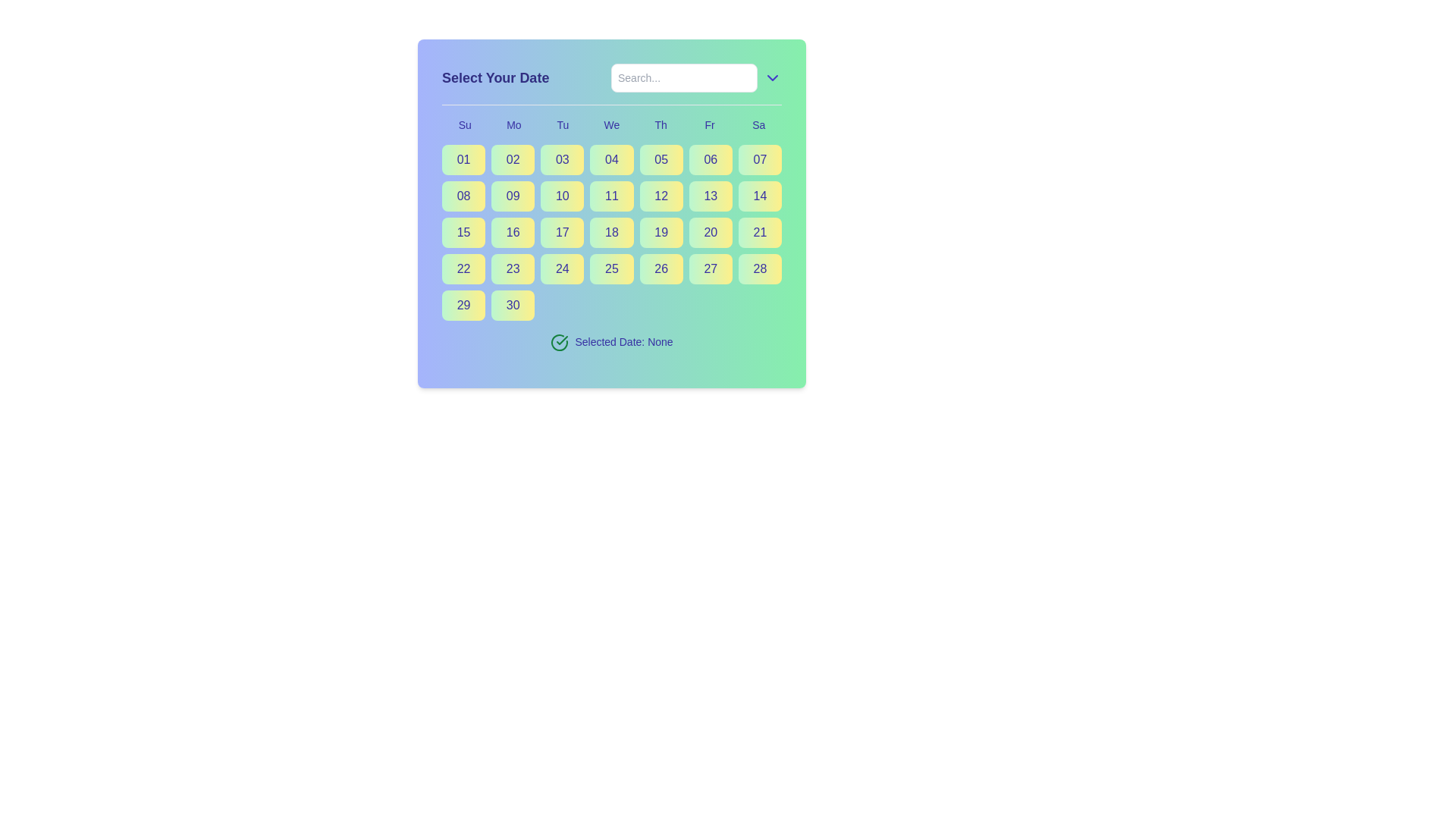 The image size is (1456, 819). What do you see at coordinates (709, 124) in the screenshot?
I see `the text label displaying 'Fr', which is the sixth item in the grid of day abbreviations, positioned between 'Th' and 'Sa'` at bounding box center [709, 124].